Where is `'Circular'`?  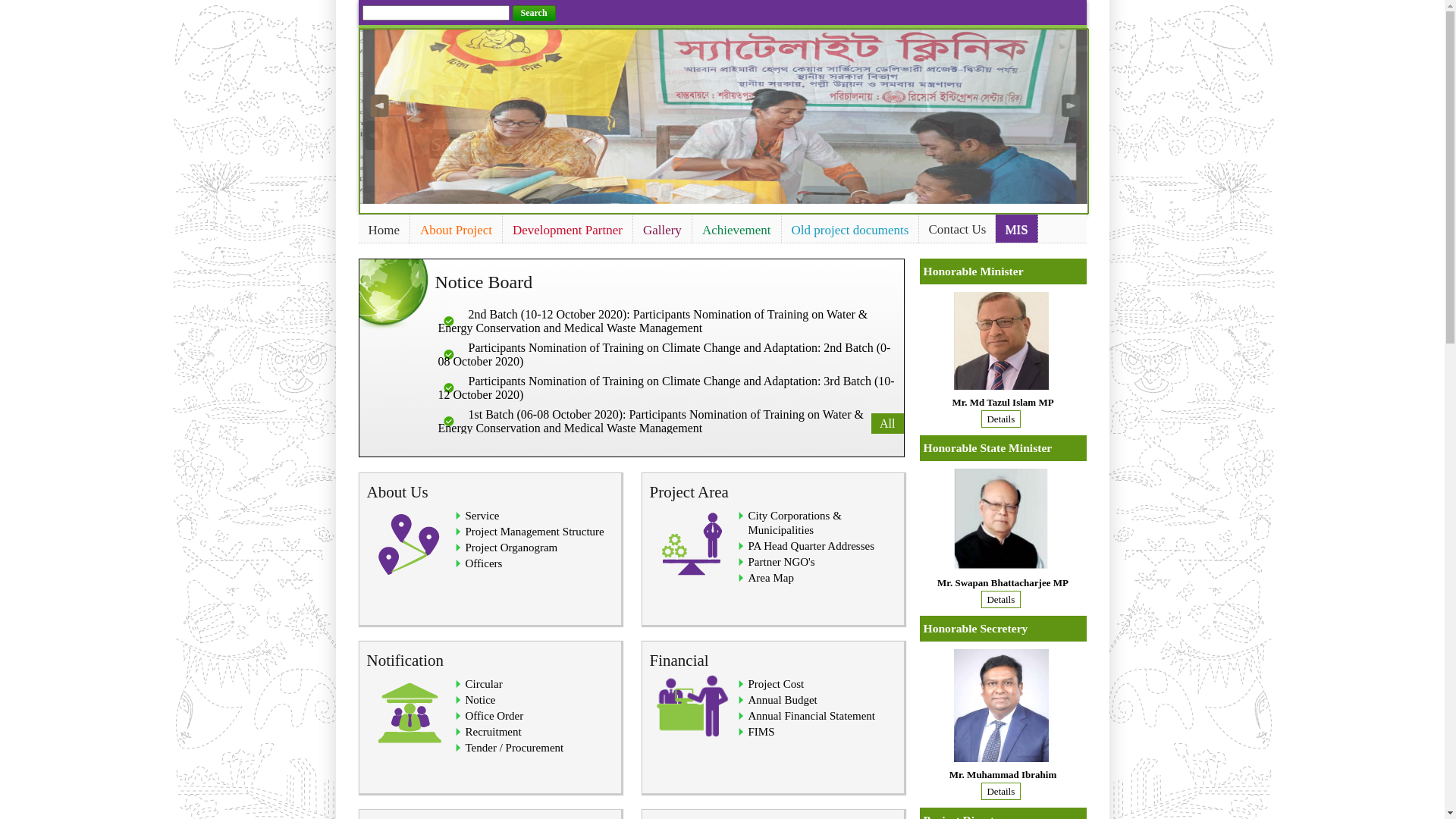 'Circular' is located at coordinates (483, 684).